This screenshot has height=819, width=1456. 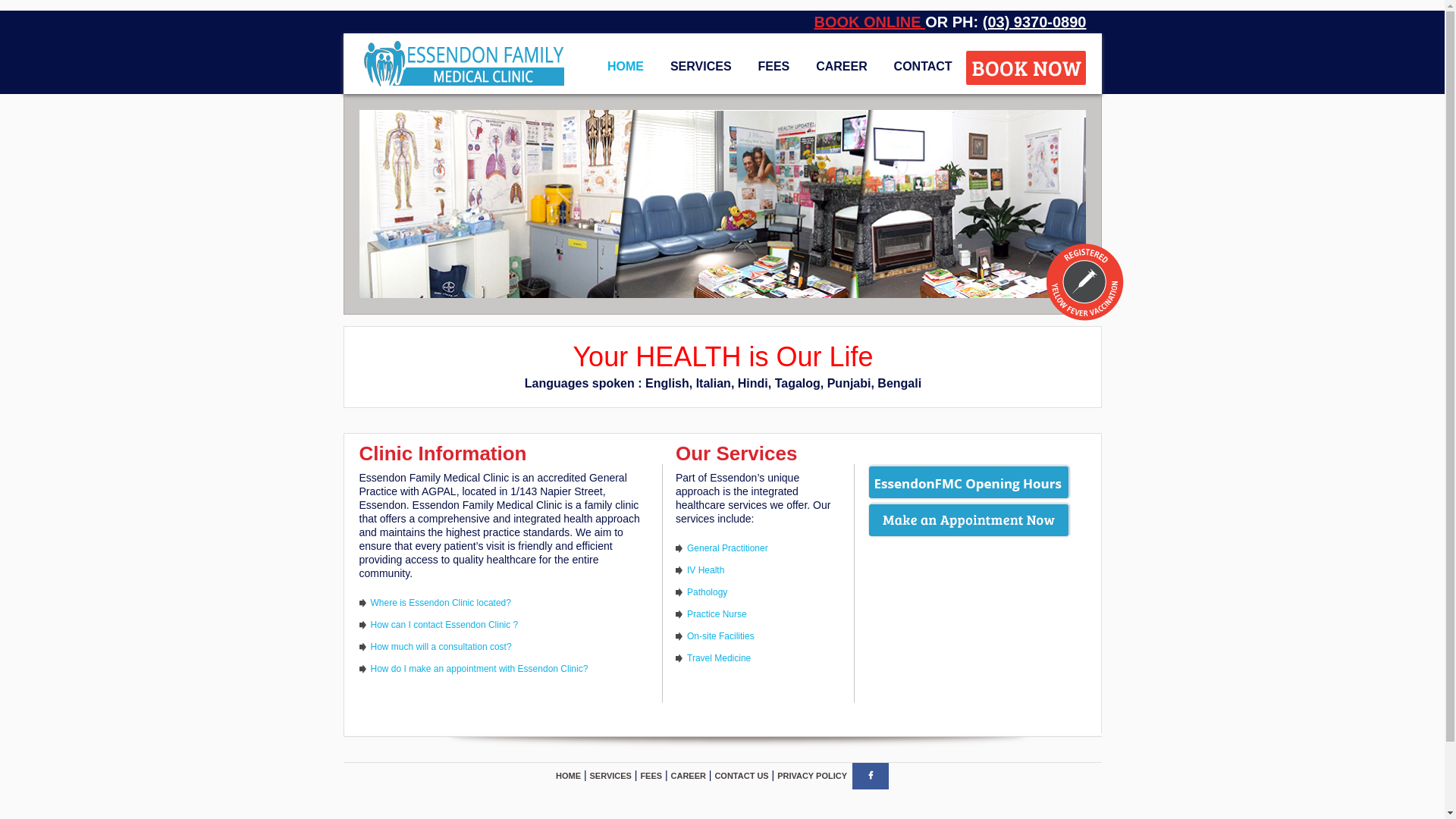 I want to click on 'CONTACT', so click(x=922, y=65).